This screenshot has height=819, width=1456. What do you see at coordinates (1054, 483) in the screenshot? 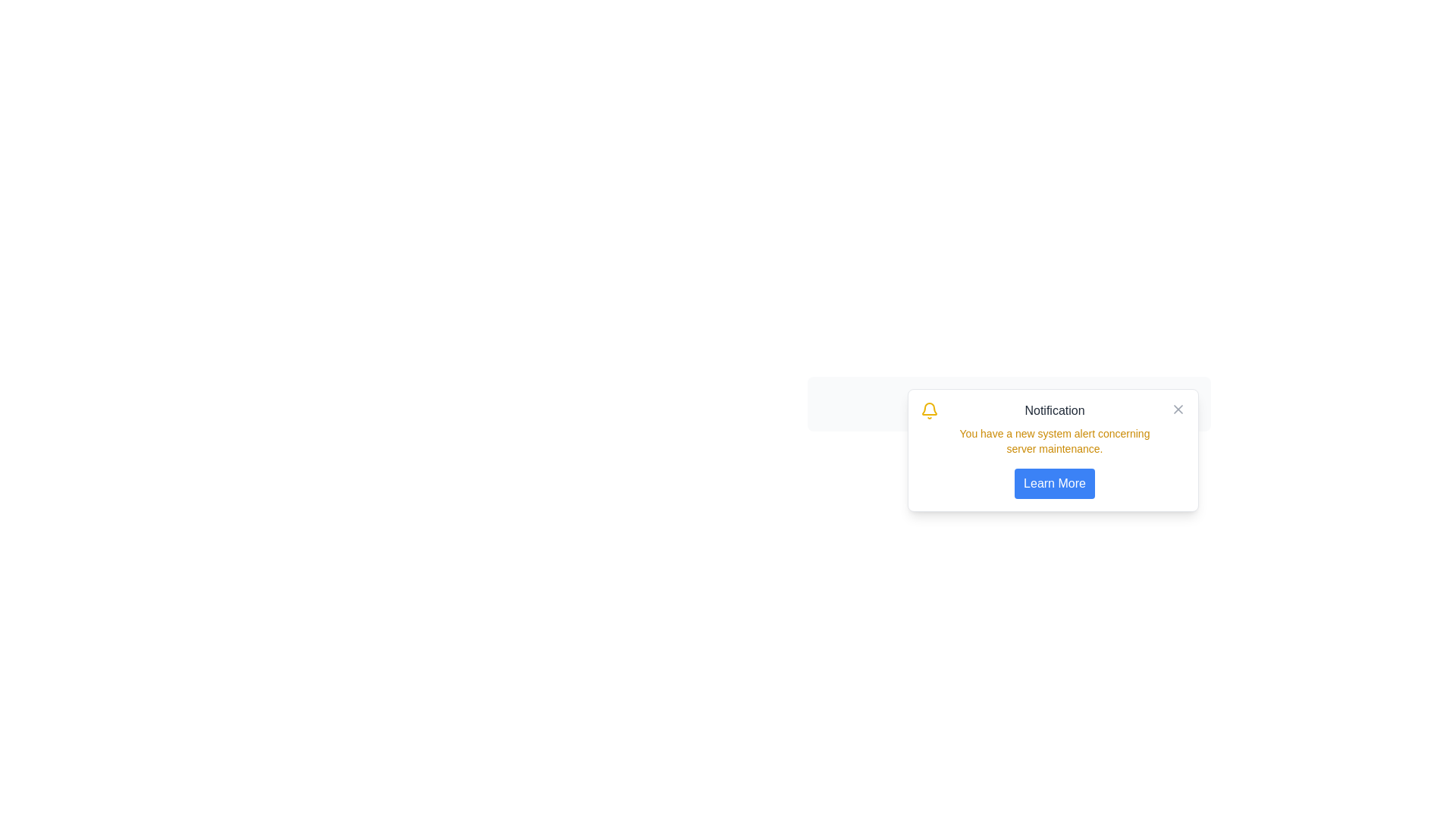
I see `the 'Learn More' button with a blue background located at the bottom-right corner of the notification dialog` at bounding box center [1054, 483].